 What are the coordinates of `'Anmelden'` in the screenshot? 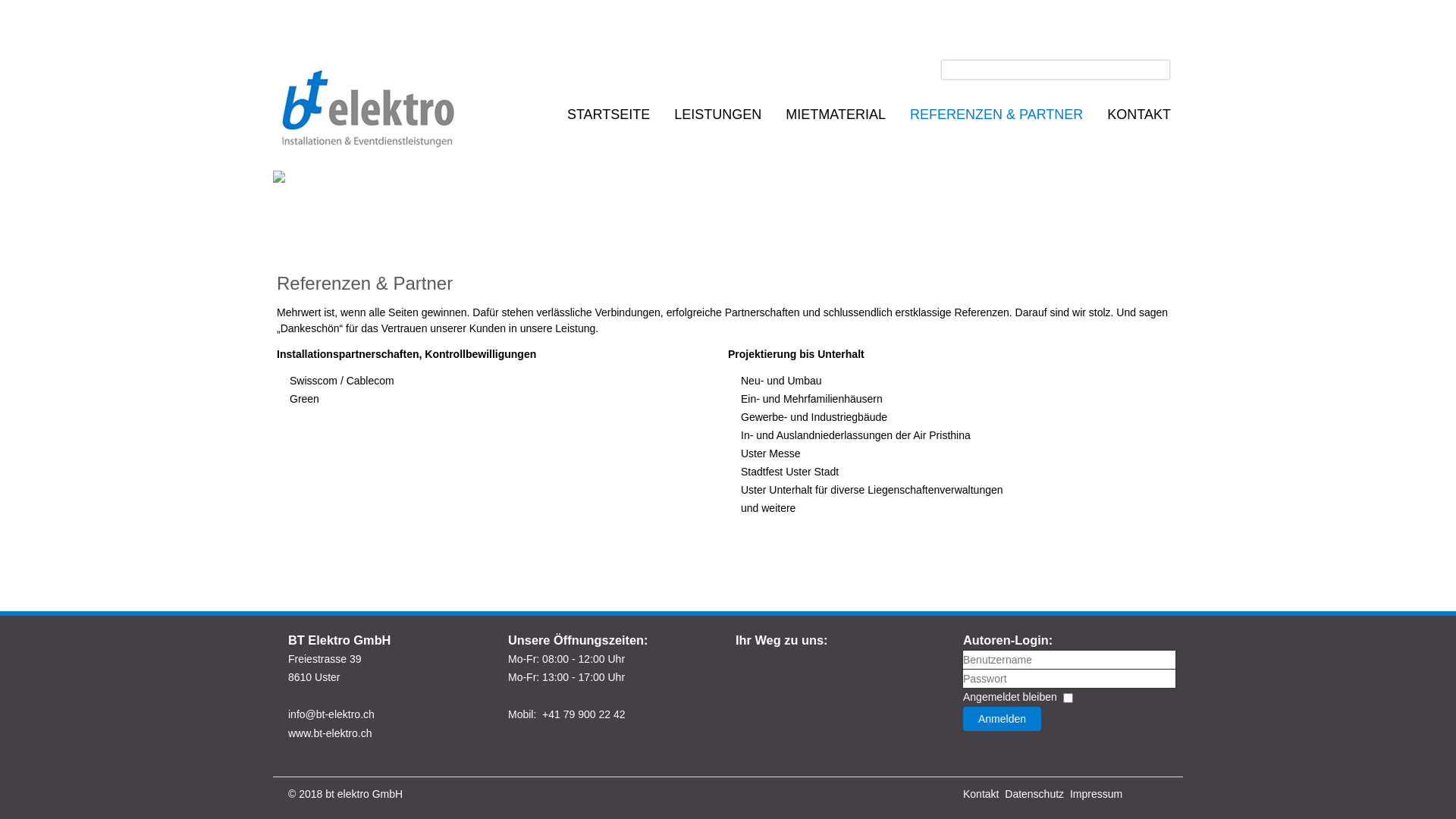 It's located at (1002, 718).